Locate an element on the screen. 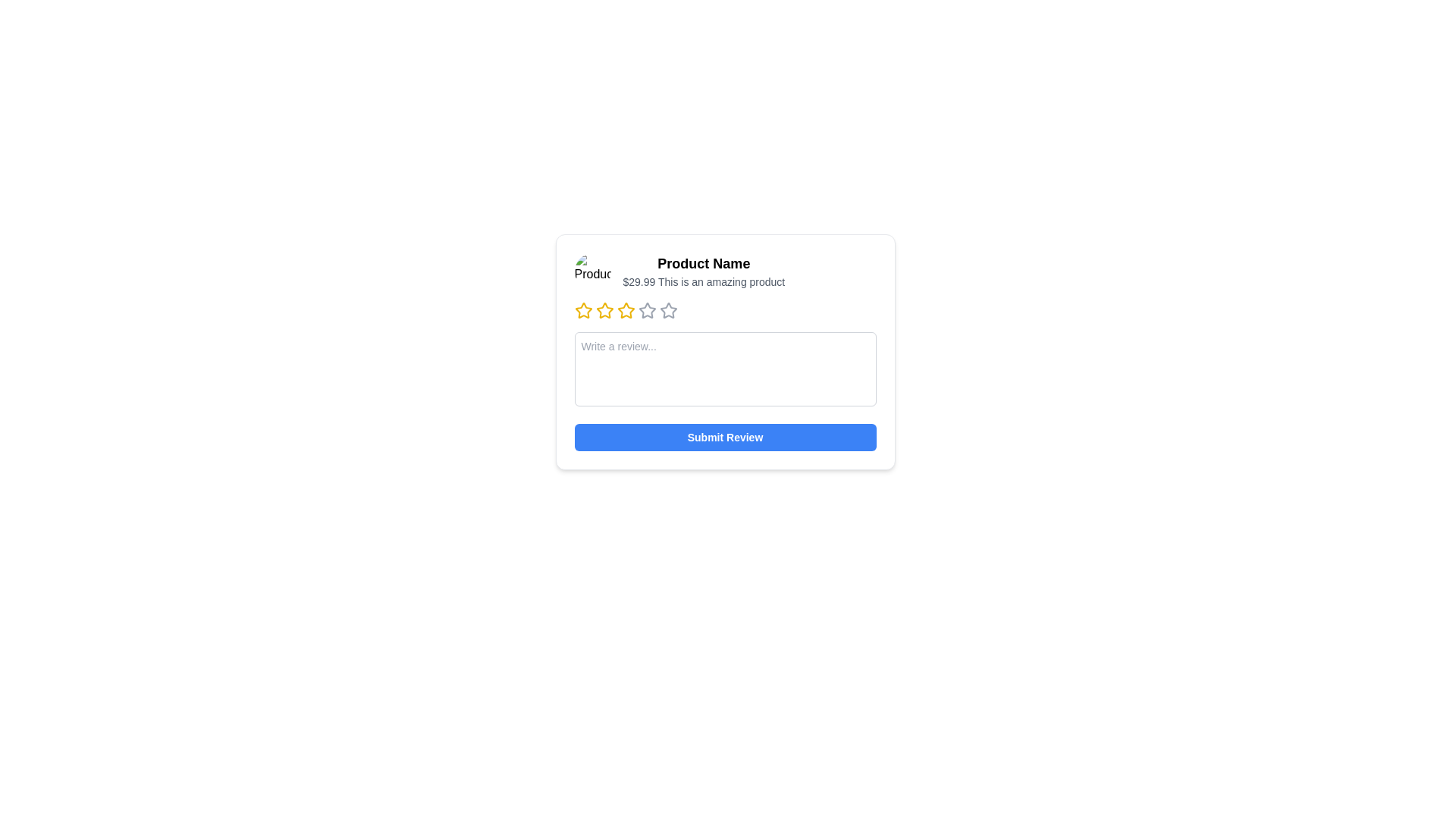 This screenshot has height=819, width=1456. the second star icon in the horizontal row of five stars to rate the product is located at coordinates (626, 309).